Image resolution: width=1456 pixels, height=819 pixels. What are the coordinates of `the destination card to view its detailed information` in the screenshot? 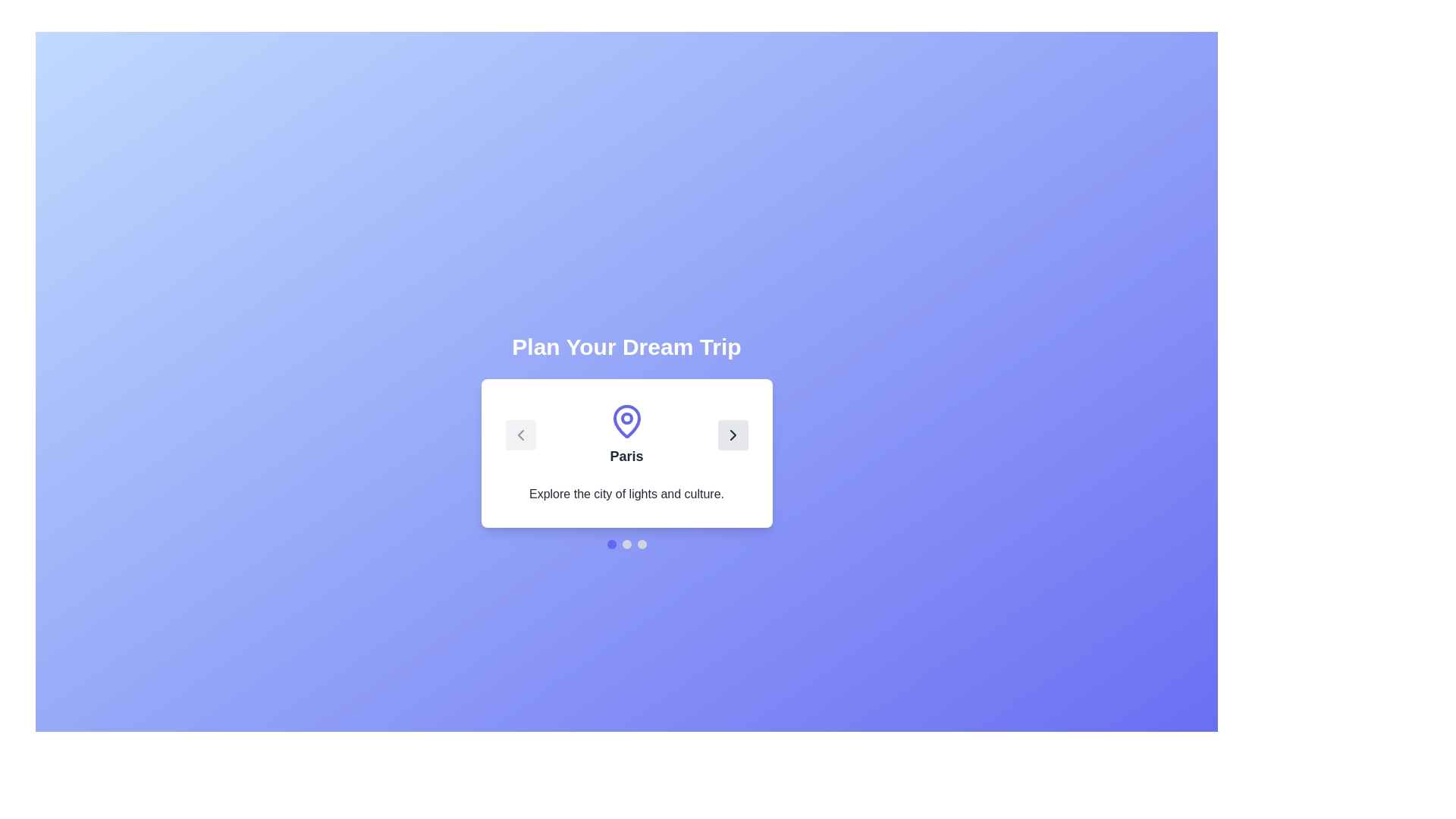 It's located at (626, 452).